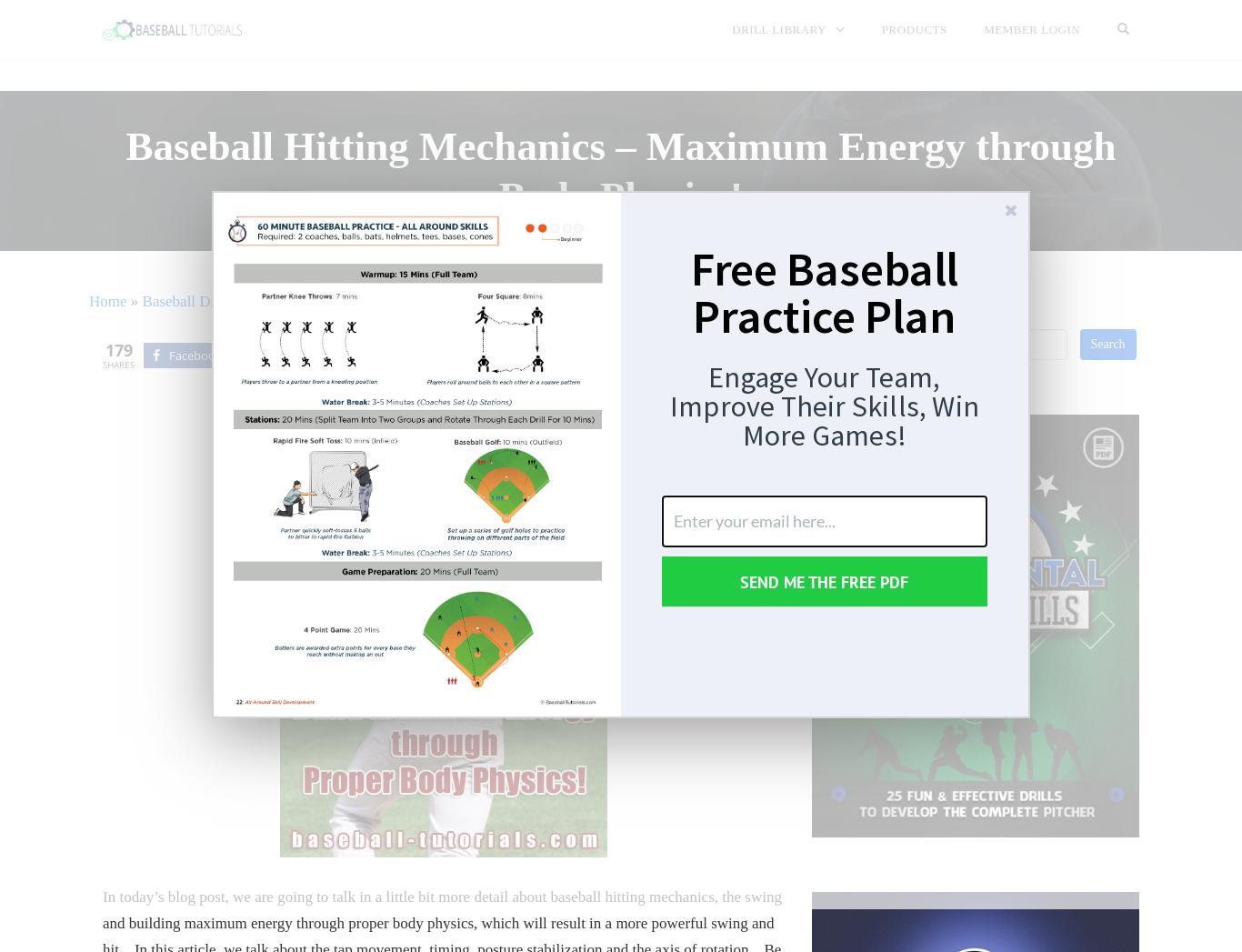 The width and height of the screenshot is (1242, 952). I want to click on 'Share', so click(446, 354).